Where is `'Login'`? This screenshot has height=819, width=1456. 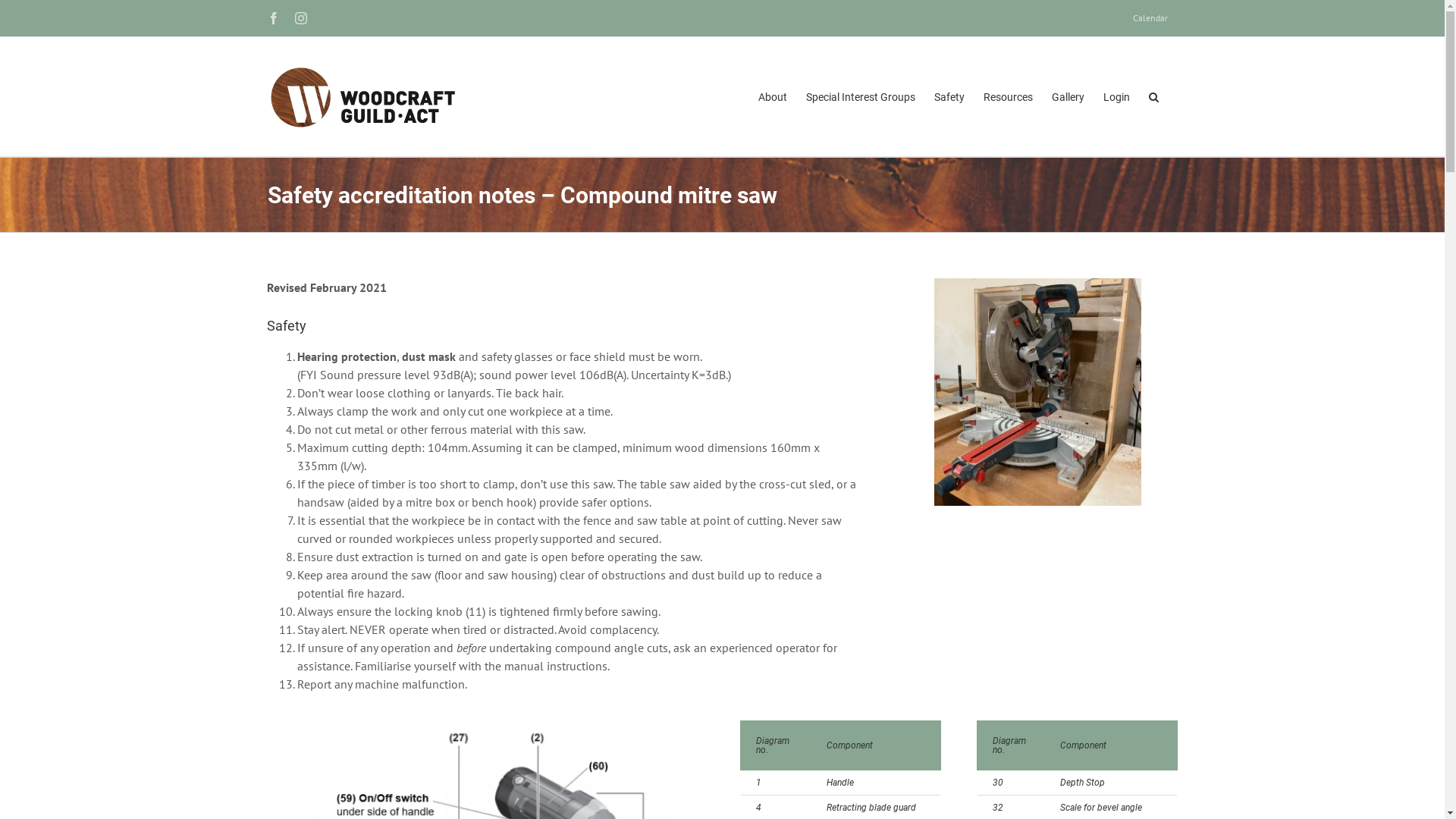
'Login' is located at coordinates (1116, 96).